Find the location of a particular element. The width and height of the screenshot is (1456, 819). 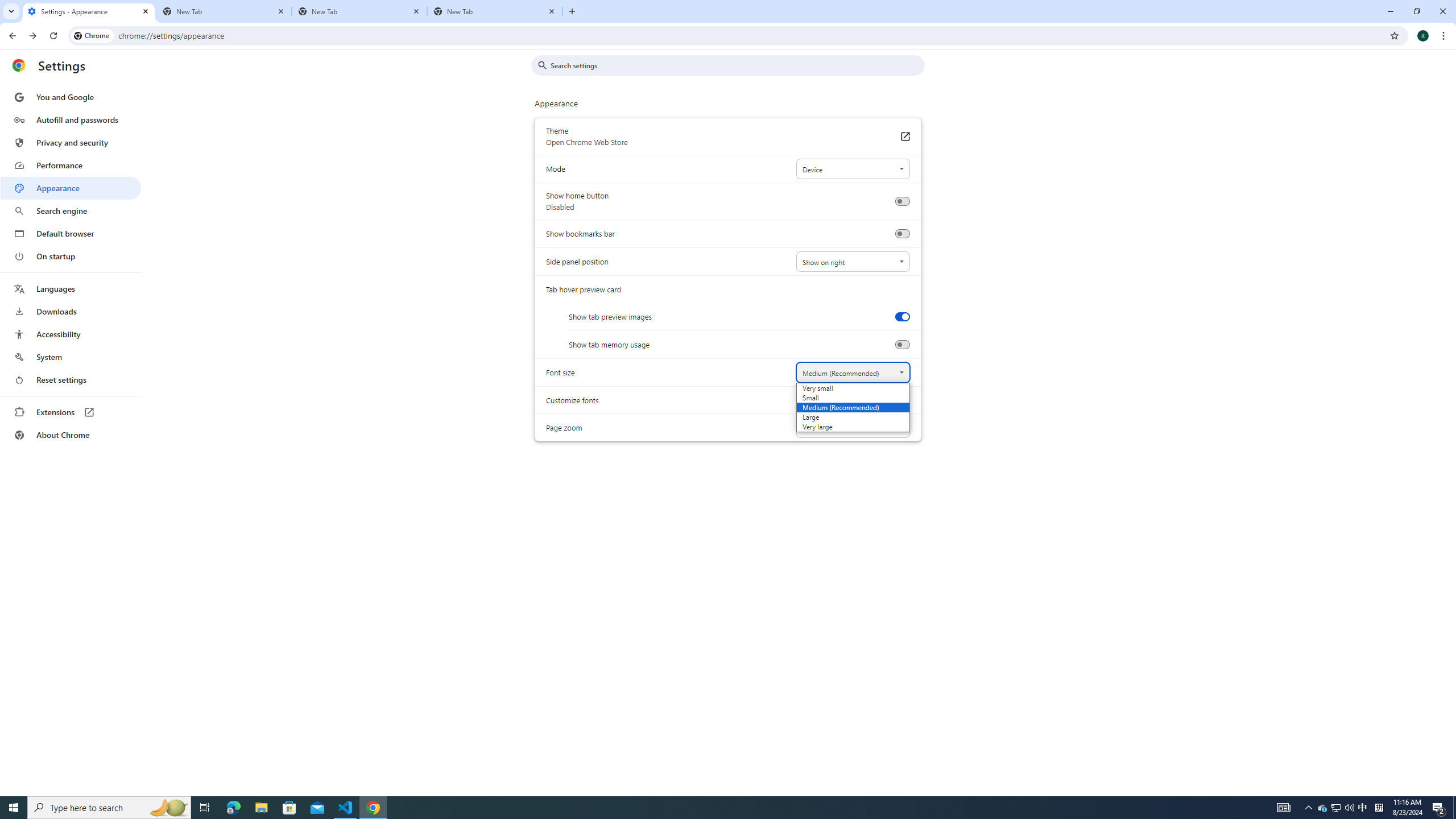

'Extensions' is located at coordinates (70, 412).